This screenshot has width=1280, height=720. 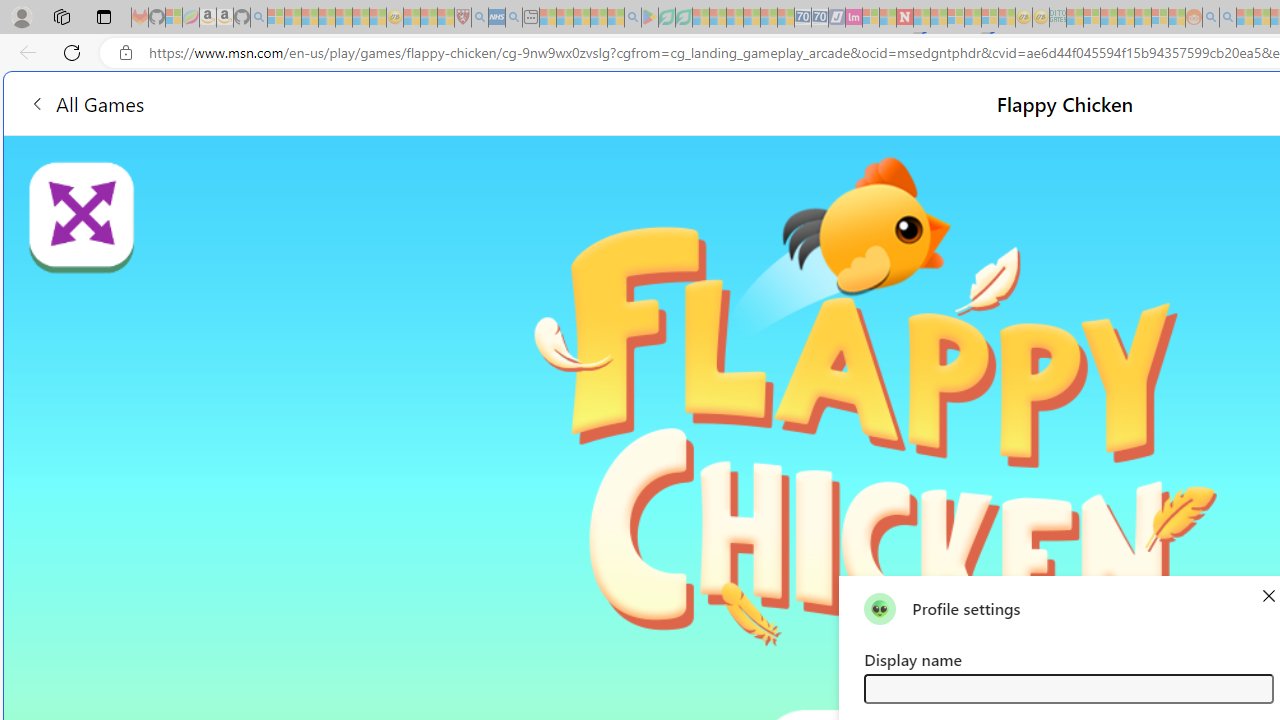 I want to click on 'Recipes - MSN - Sleeping', so click(x=411, y=17).